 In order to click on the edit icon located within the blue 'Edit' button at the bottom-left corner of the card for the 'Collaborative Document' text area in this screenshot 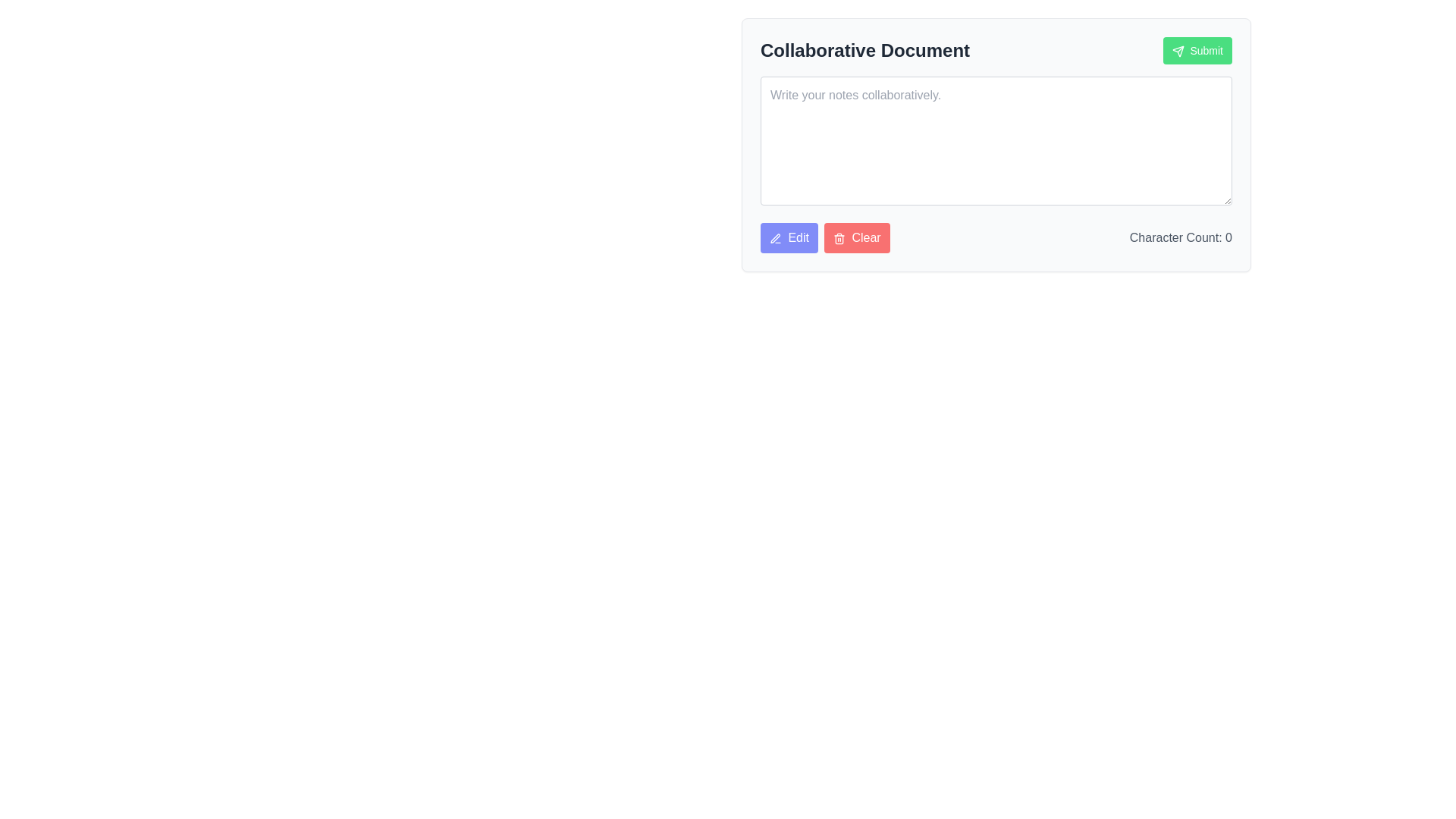, I will do `click(775, 237)`.